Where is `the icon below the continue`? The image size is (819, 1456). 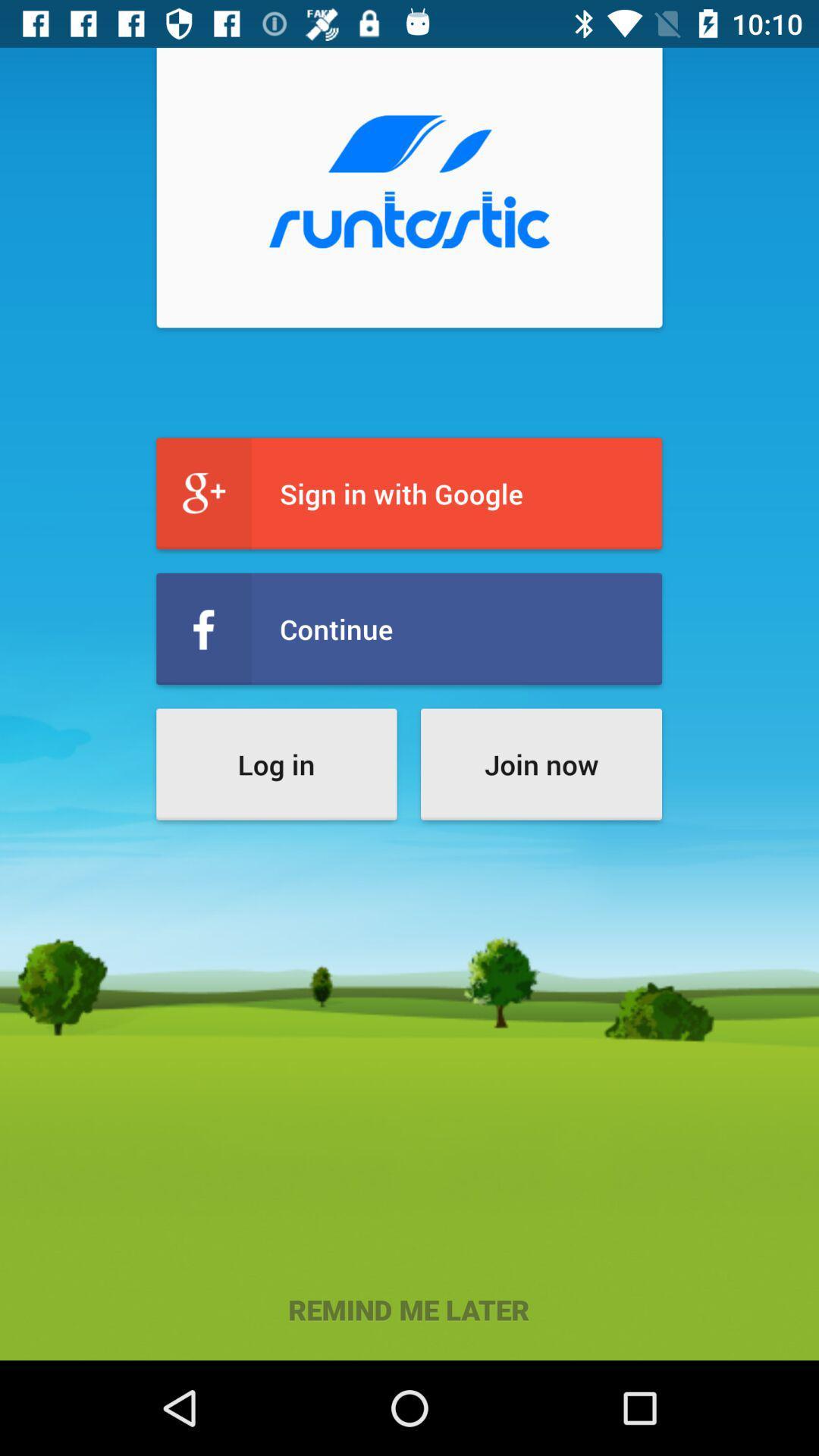
the icon below the continue is located at coordinates (276, 764).